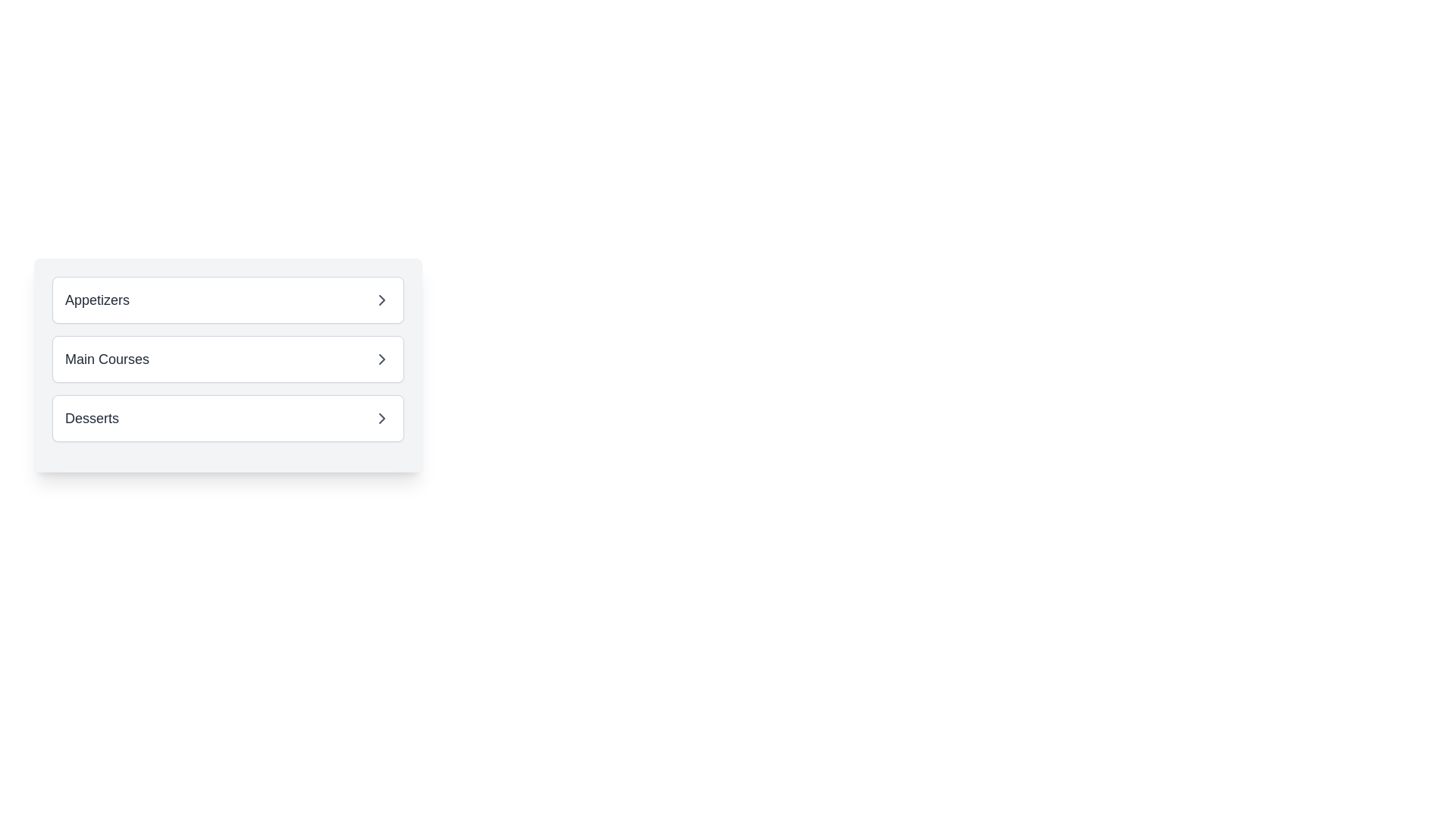  Describe the element at coordinates (382, 418) in the screenshot. I see `the arrow icon positioned to the far right of the 'Desserts' label in the vertically arranged menu` at that location.